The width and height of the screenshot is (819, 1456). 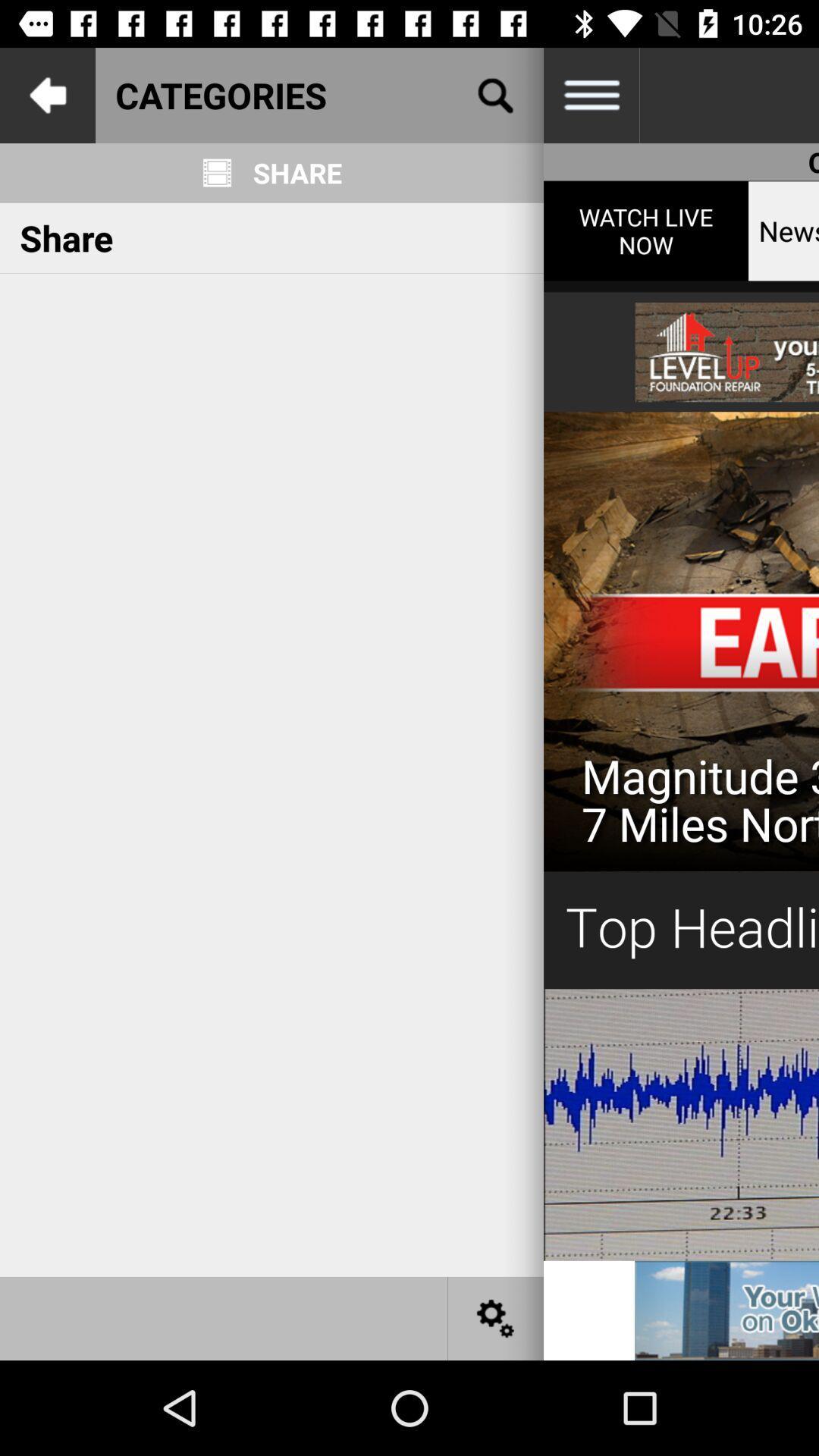 I want to click on the search icon, so click(x=496, y=94).